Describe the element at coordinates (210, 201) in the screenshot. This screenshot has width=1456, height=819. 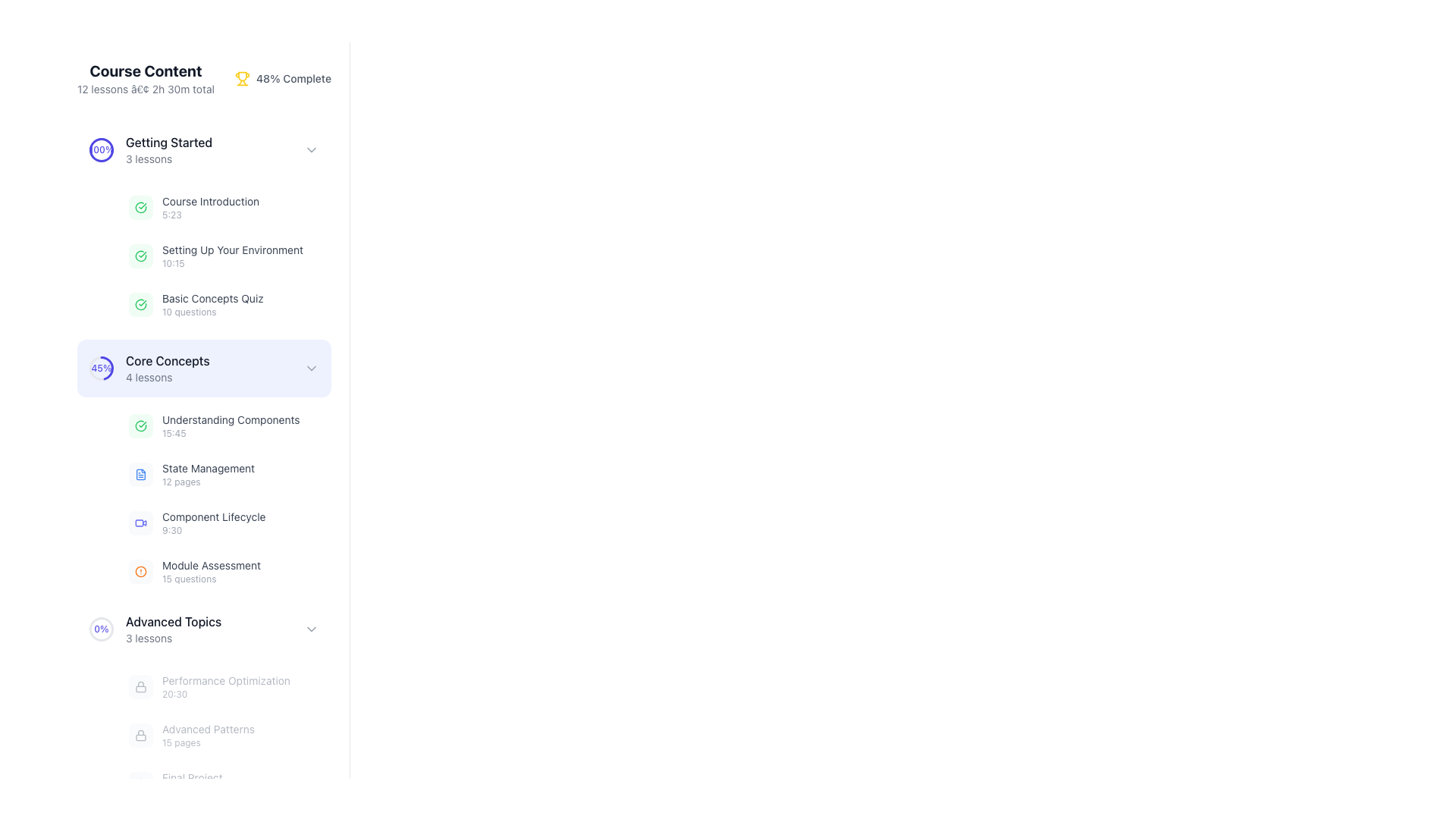
I see `the static text label displaying the title of the lesson in the 'Getting Started' section, located above the time indicator '5:23' and next to the completion checkmark icon` at that location.